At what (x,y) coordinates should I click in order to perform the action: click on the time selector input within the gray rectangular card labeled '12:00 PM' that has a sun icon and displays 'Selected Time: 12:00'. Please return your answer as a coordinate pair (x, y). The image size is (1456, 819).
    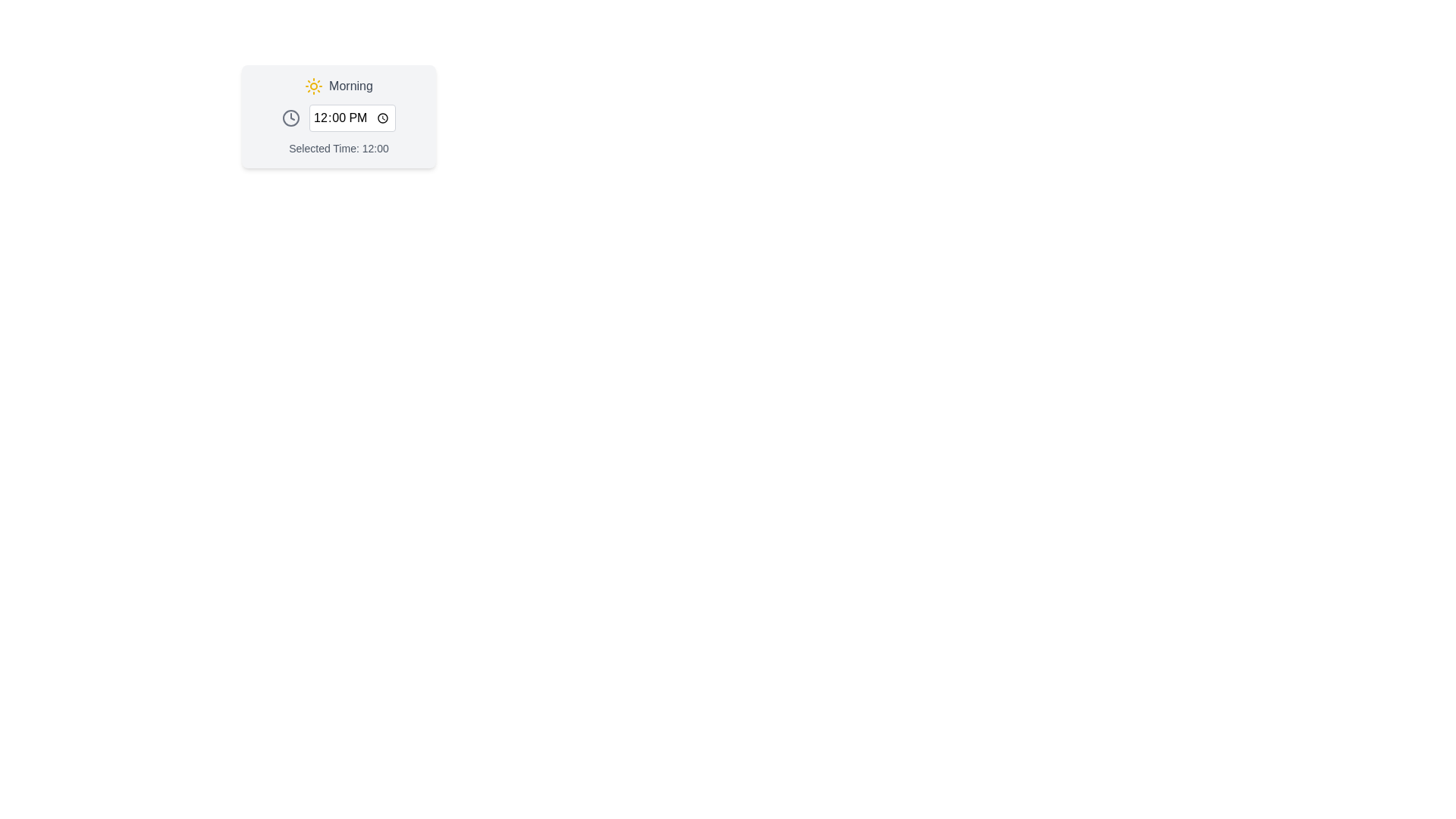
    Looking at the image, I should click on (337, 116).